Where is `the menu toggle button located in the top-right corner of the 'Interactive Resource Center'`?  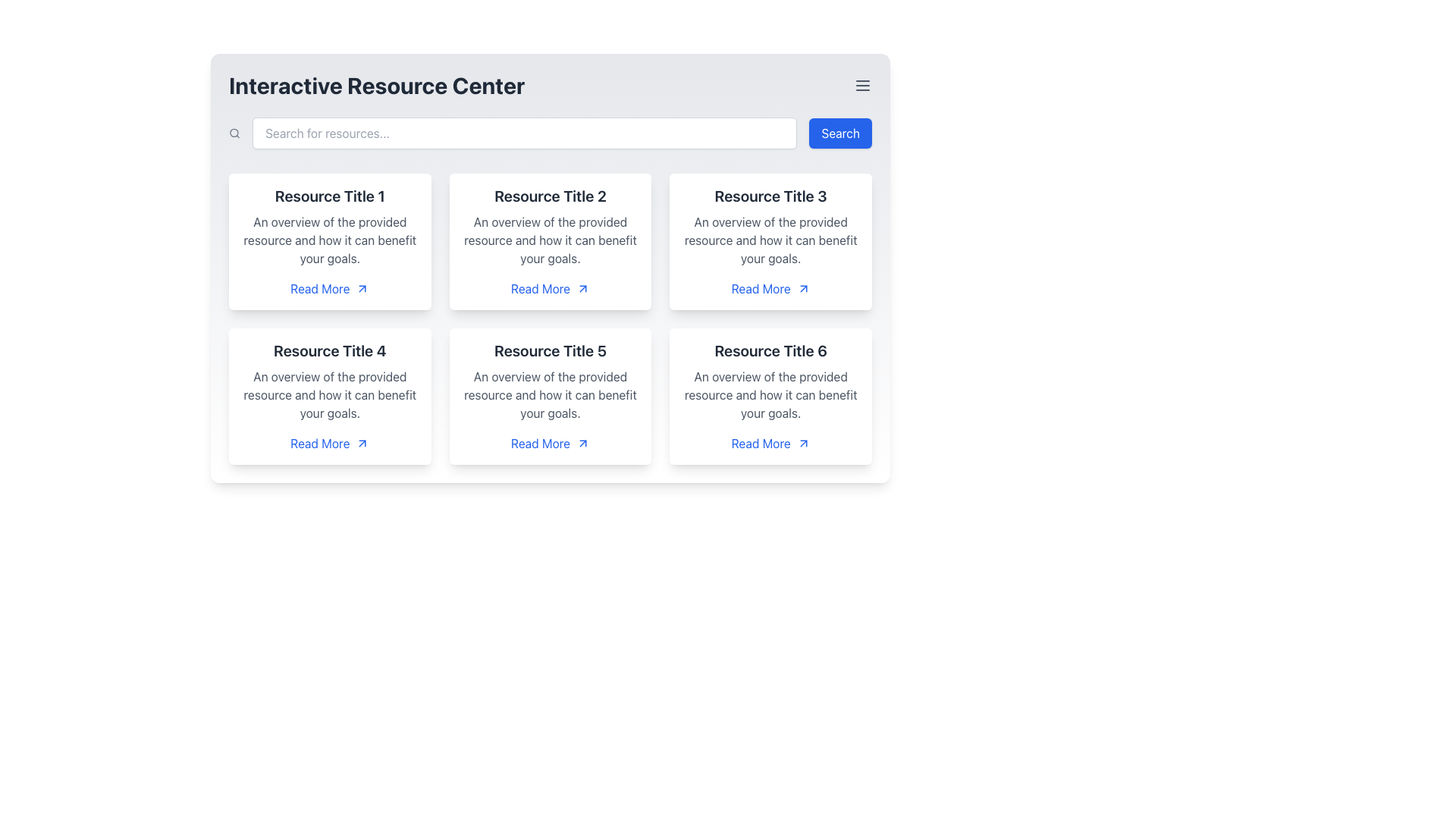 the menu toggle button located in the top-right corner of the 'Interactive Resource Center' is located at coordinates (862, 85).